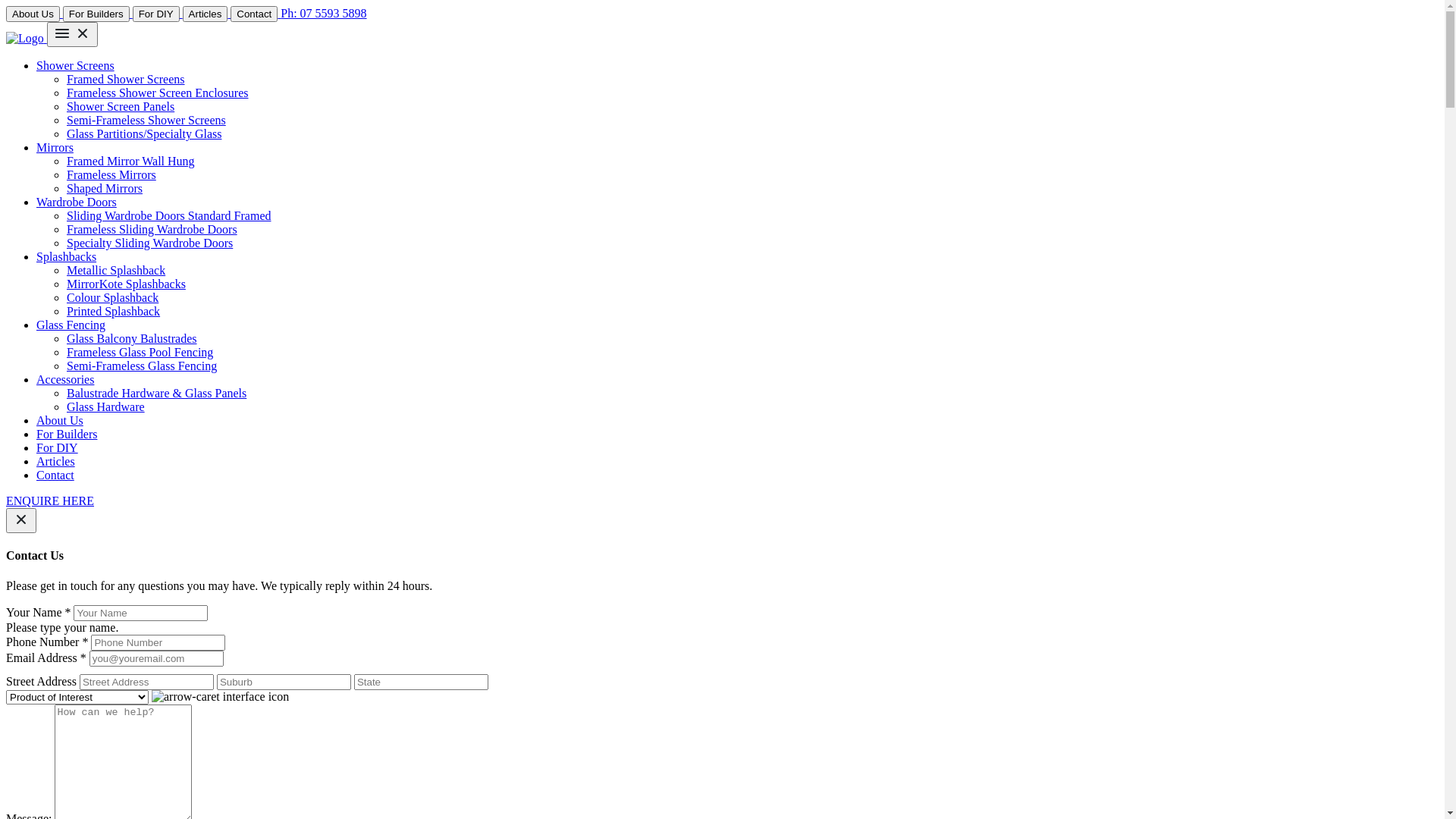 The image size is (1456, 819). What do you see at coordinates (119, 105) in the screenshot?
I see `'Shower Screen Panels'` at bounding box center [119, 105].